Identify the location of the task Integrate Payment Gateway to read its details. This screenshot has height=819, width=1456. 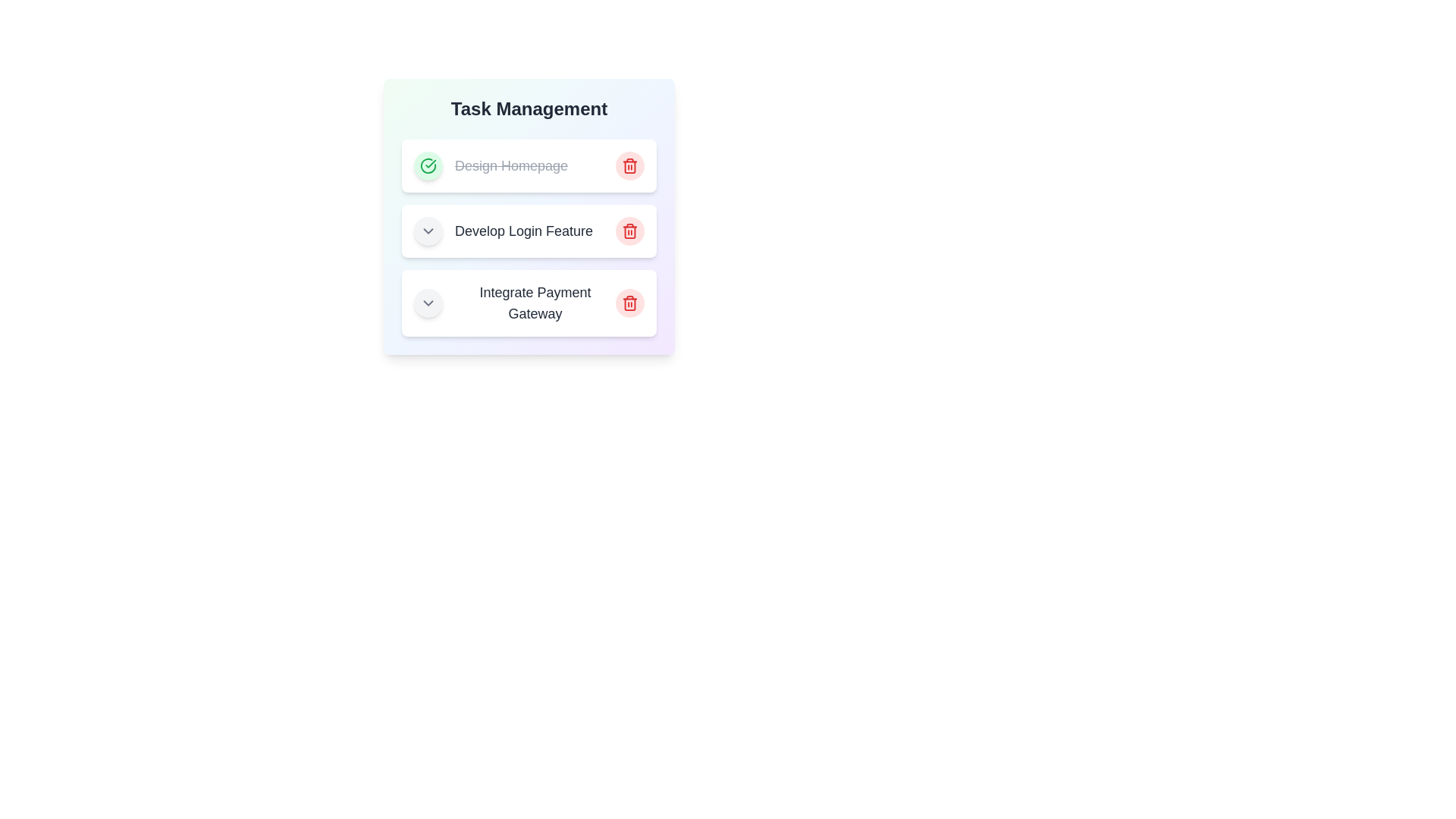
(529, 303).